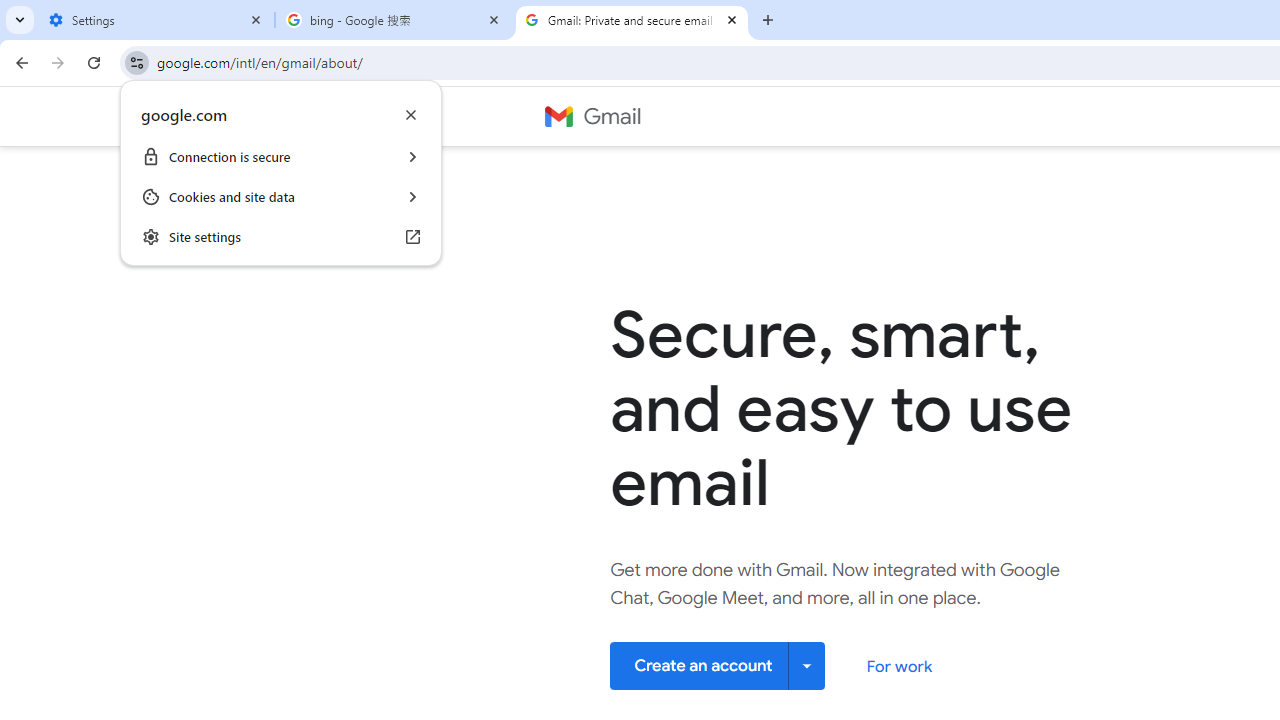 The height and width of the screenshot is (720, 1280). What do you see at coordinates (898, 666) in the screenshot?
I see `'For work'` at bounding box center [898, 666].